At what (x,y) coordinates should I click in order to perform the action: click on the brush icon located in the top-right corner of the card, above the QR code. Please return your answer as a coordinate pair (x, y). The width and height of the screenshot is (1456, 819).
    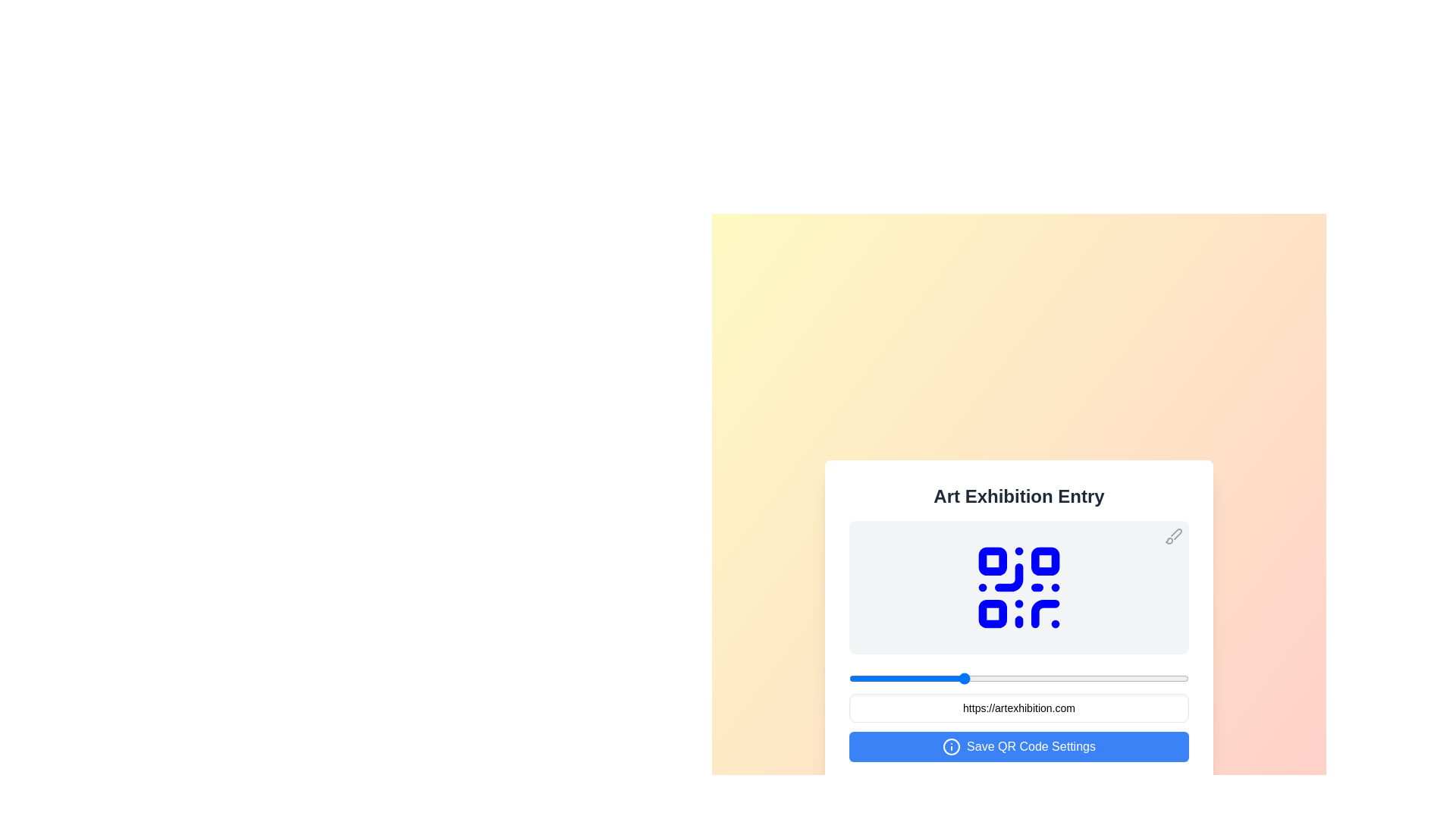
    Looking at the image, I should click on (1173, 535).